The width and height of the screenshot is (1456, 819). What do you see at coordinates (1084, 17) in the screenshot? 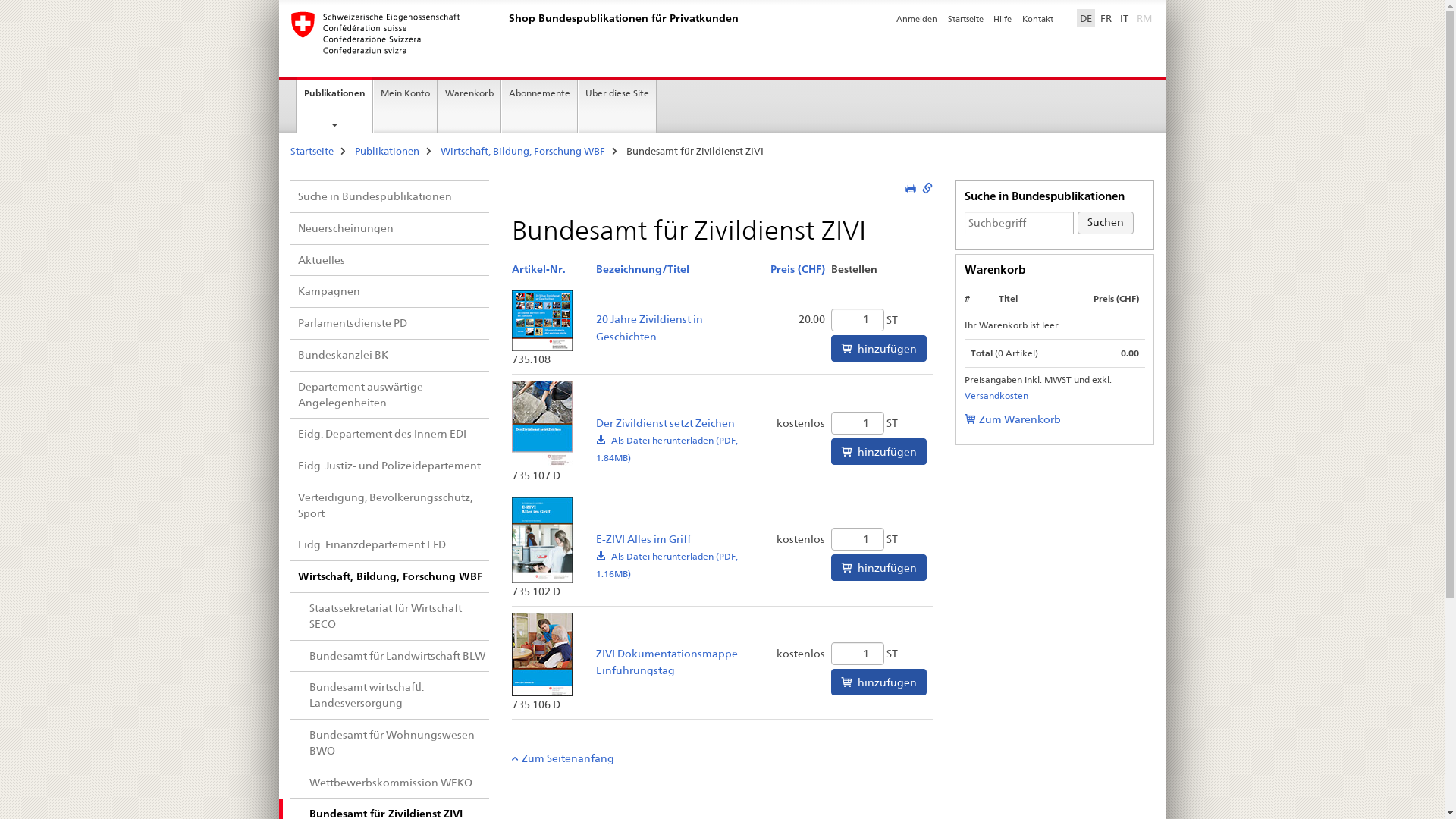
I see `'DE'` at bounding box center [1084, 17].